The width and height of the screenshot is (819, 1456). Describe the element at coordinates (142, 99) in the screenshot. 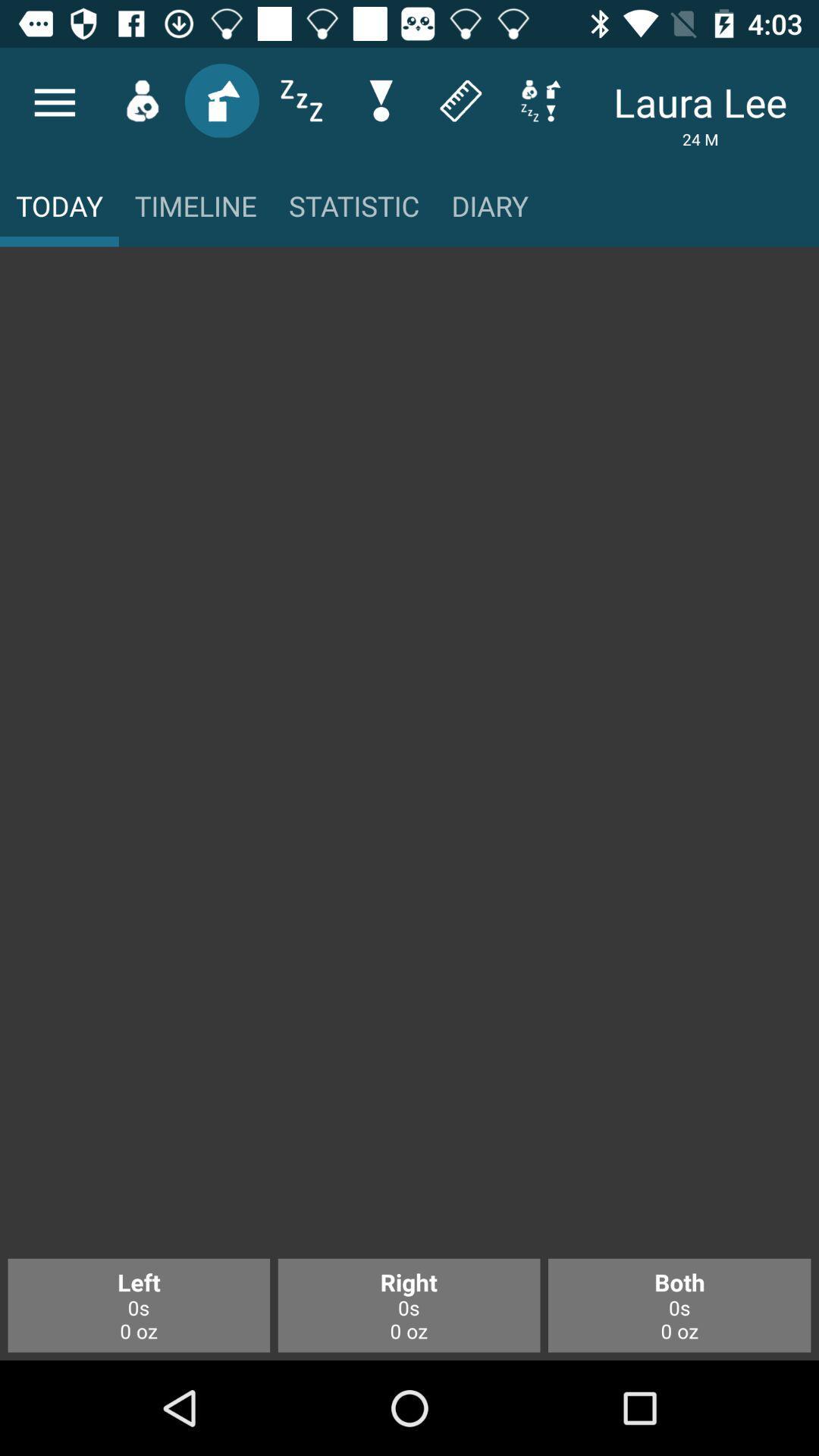

I see `the avatar icon` at that location.